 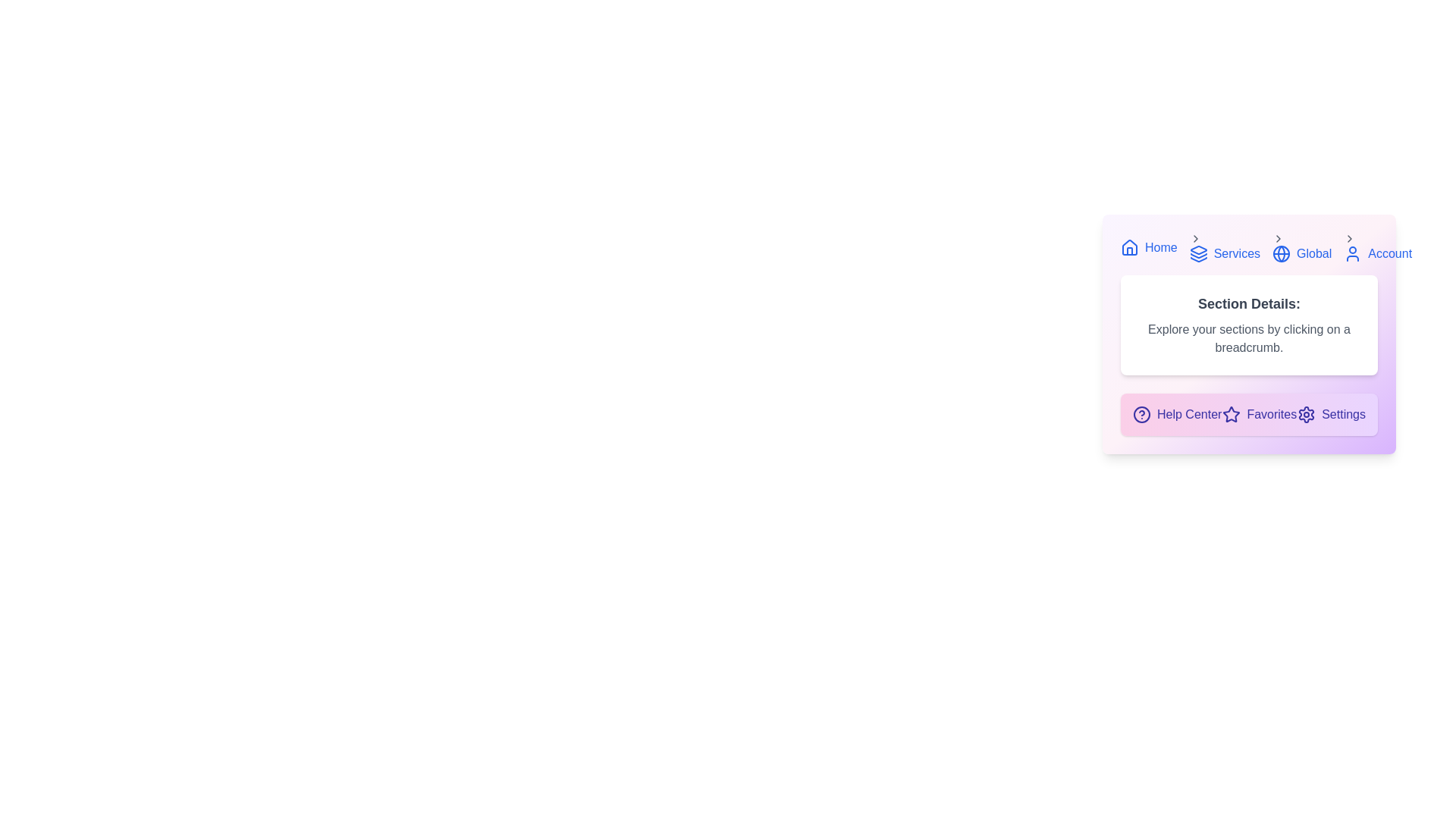 What do you see at coordinates (1160, 247) in the screenshot?
I see `the 'Home' text label in the breadcrumb navigation bar, which indicates the homepage of the interface` at bounding box center [1160, 247].